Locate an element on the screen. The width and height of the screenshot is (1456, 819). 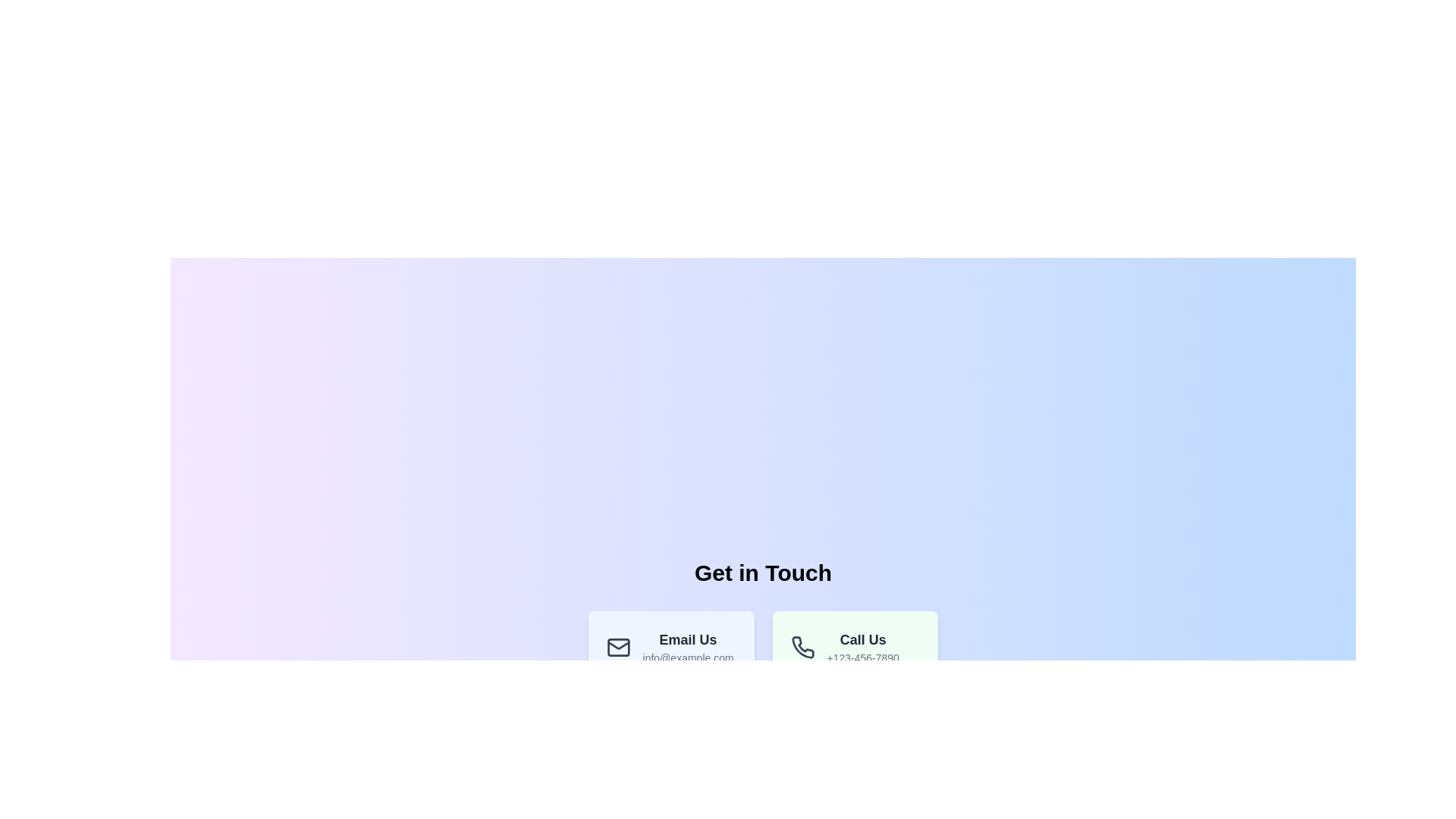
the email icon located in the lower left quadrant of the interface, beside the 'Call Us' section and below the 'Get in Touch' heading is located at coordinates (618, 645).